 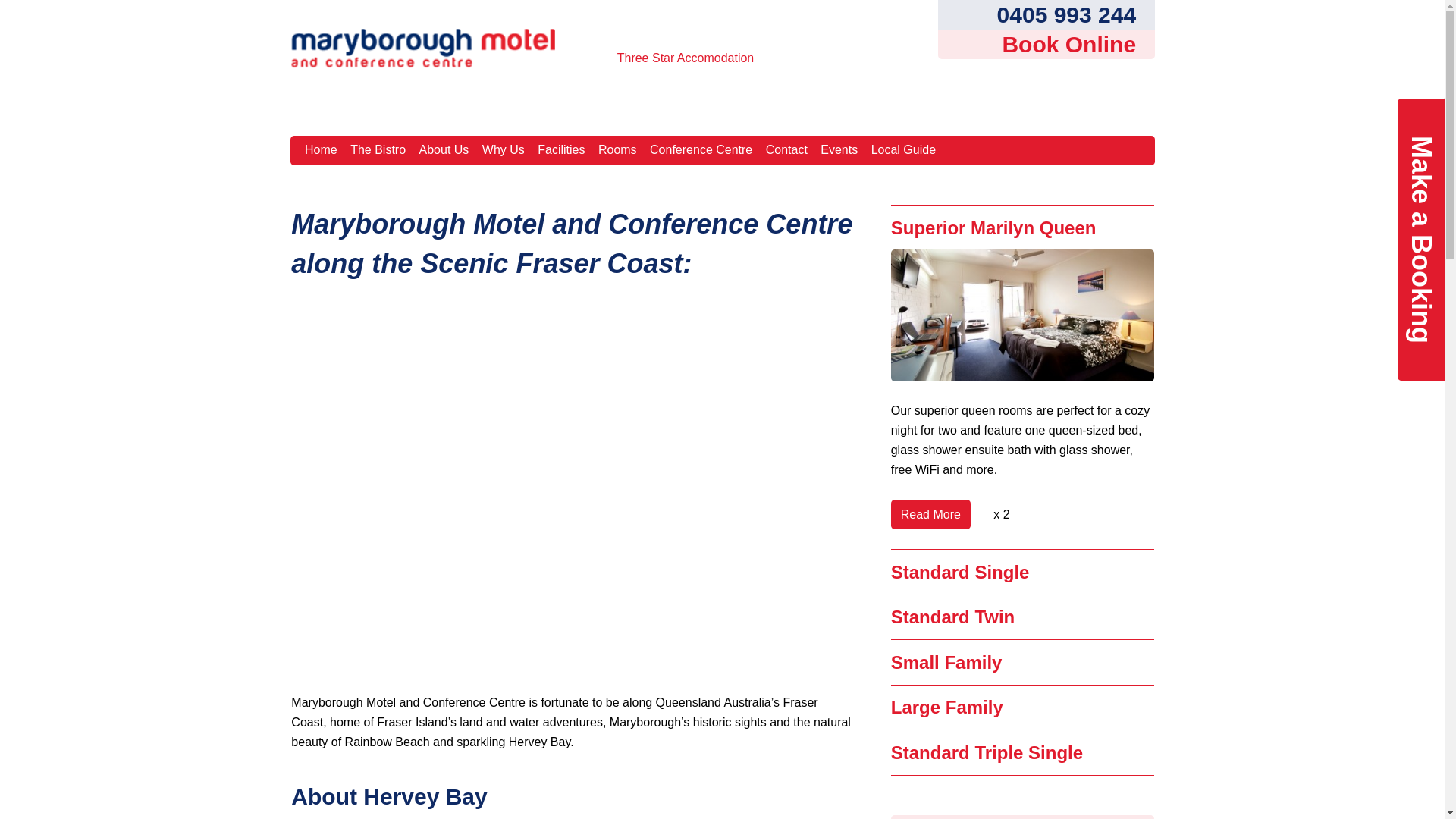 What do you see at coordinates (443, 150) in the screenshot?
I see `'About Us'` at bounding box center [443, 150].